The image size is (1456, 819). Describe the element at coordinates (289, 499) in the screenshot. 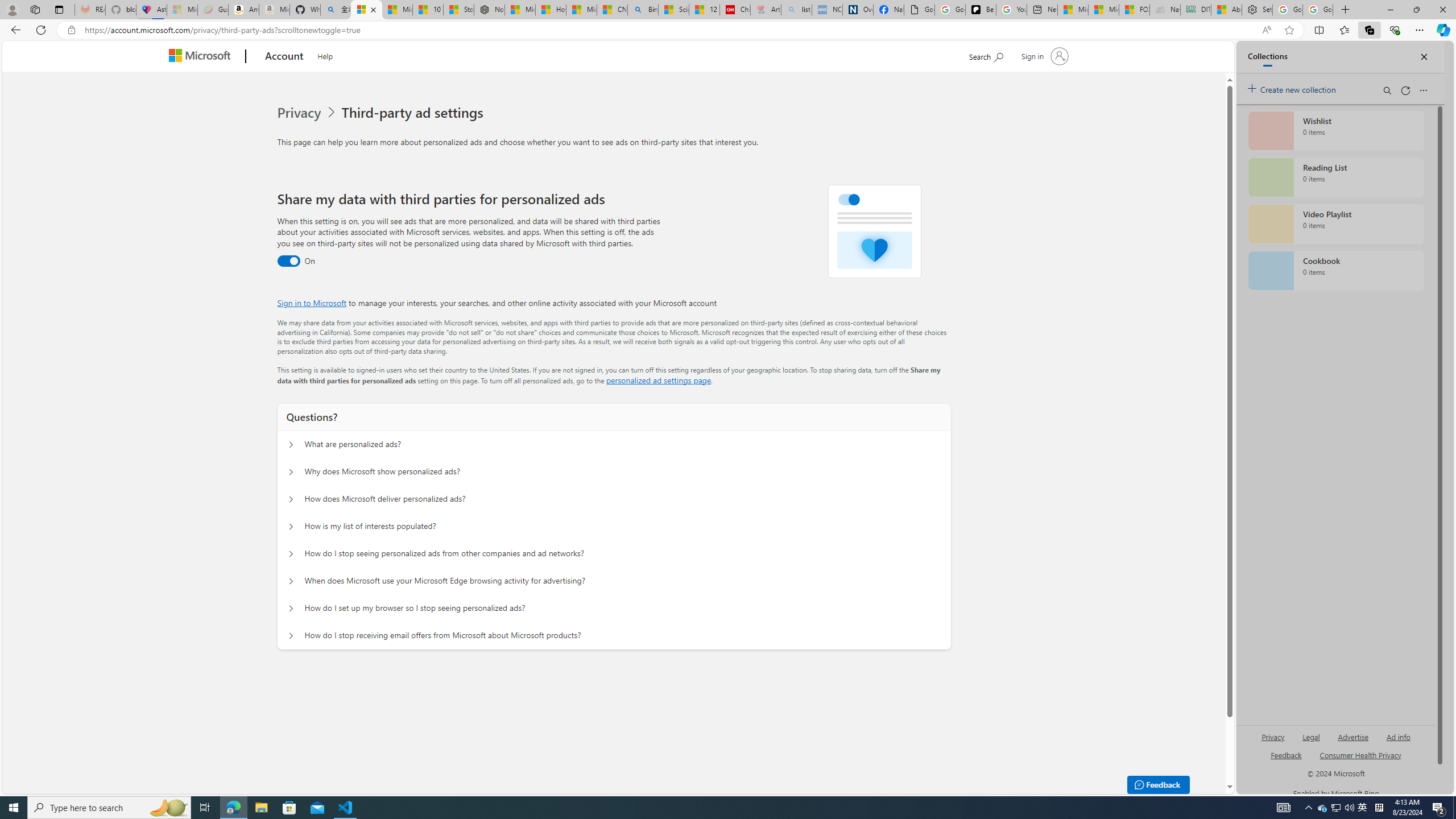

I see `'Questions? How does Microsoft deliver personalized ads?'` at that location.